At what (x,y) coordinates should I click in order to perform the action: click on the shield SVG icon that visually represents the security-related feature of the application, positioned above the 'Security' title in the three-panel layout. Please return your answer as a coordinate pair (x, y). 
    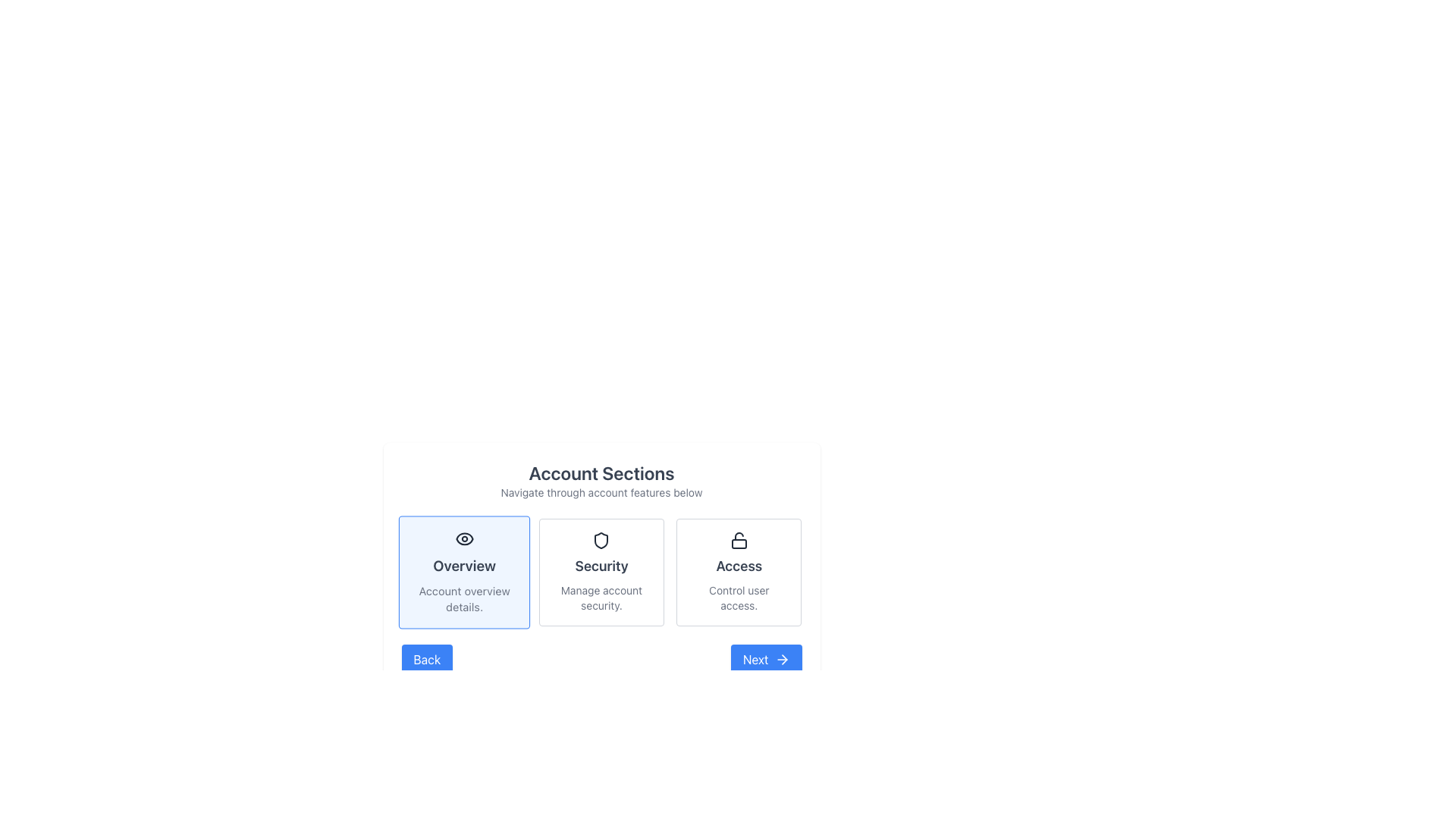
    Looking at the image, I should click on (601, 540).